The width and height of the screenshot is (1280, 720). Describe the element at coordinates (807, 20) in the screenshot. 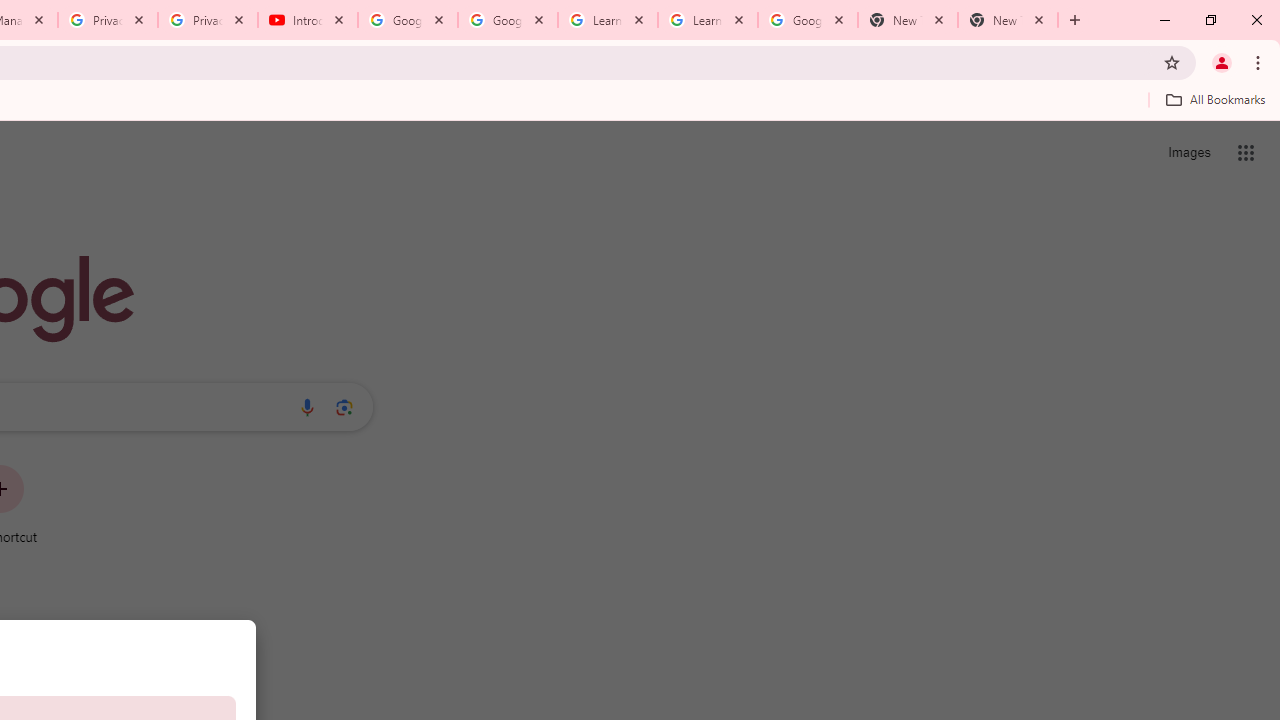

I see `'Google Account'` at that location.